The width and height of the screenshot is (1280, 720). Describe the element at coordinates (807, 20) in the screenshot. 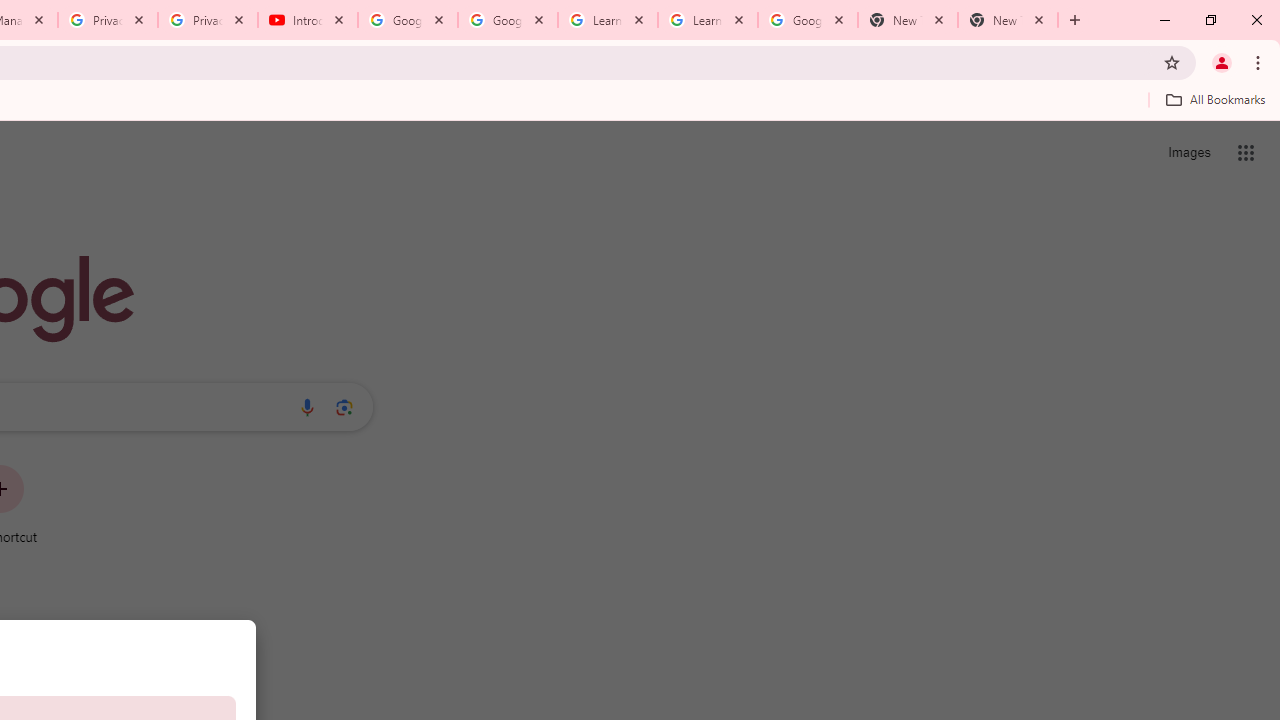

I see `'Google Account'` at that location.